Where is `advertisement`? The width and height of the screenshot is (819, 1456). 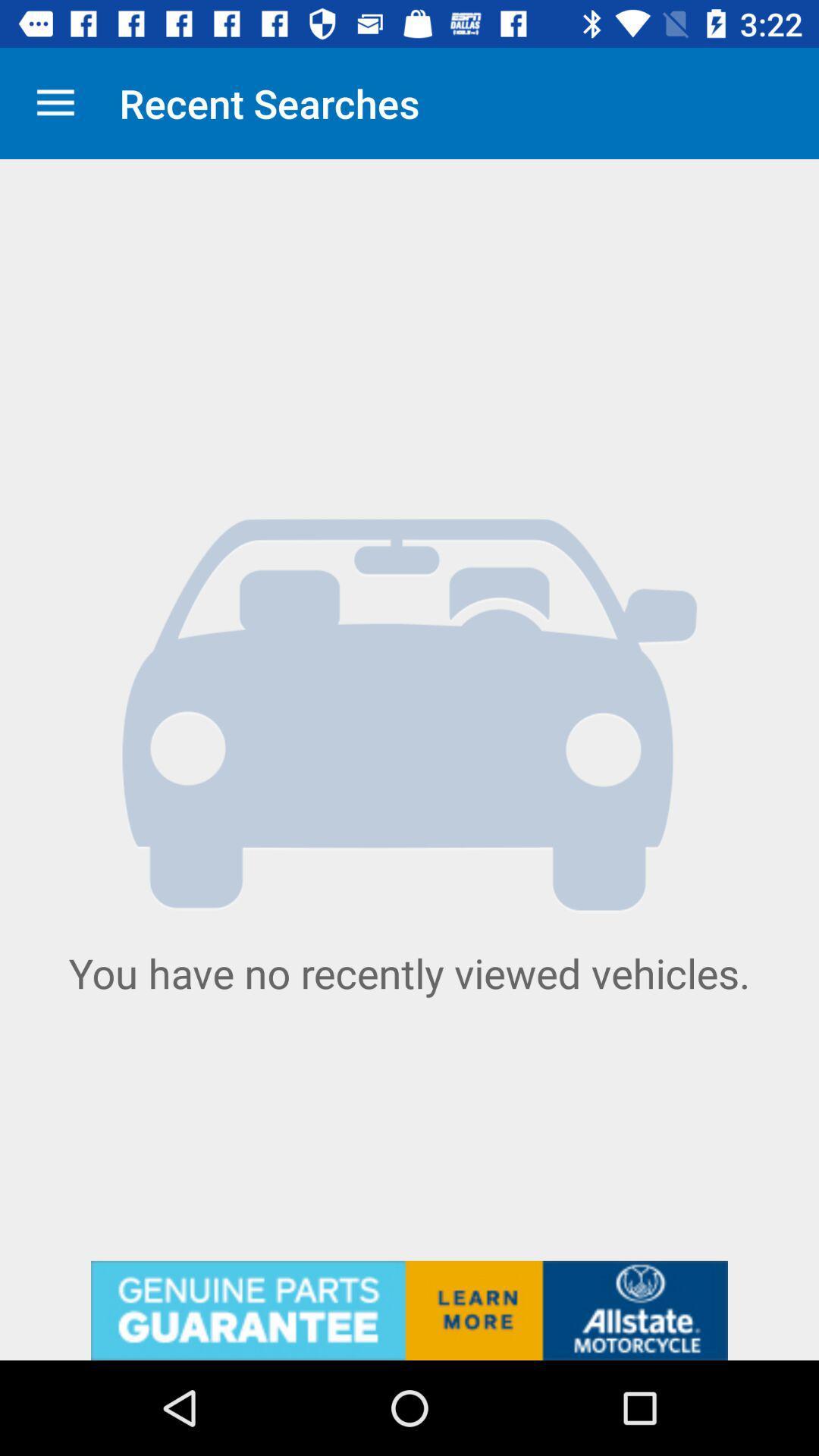
advertisement is located at coordinates (409, 1310).